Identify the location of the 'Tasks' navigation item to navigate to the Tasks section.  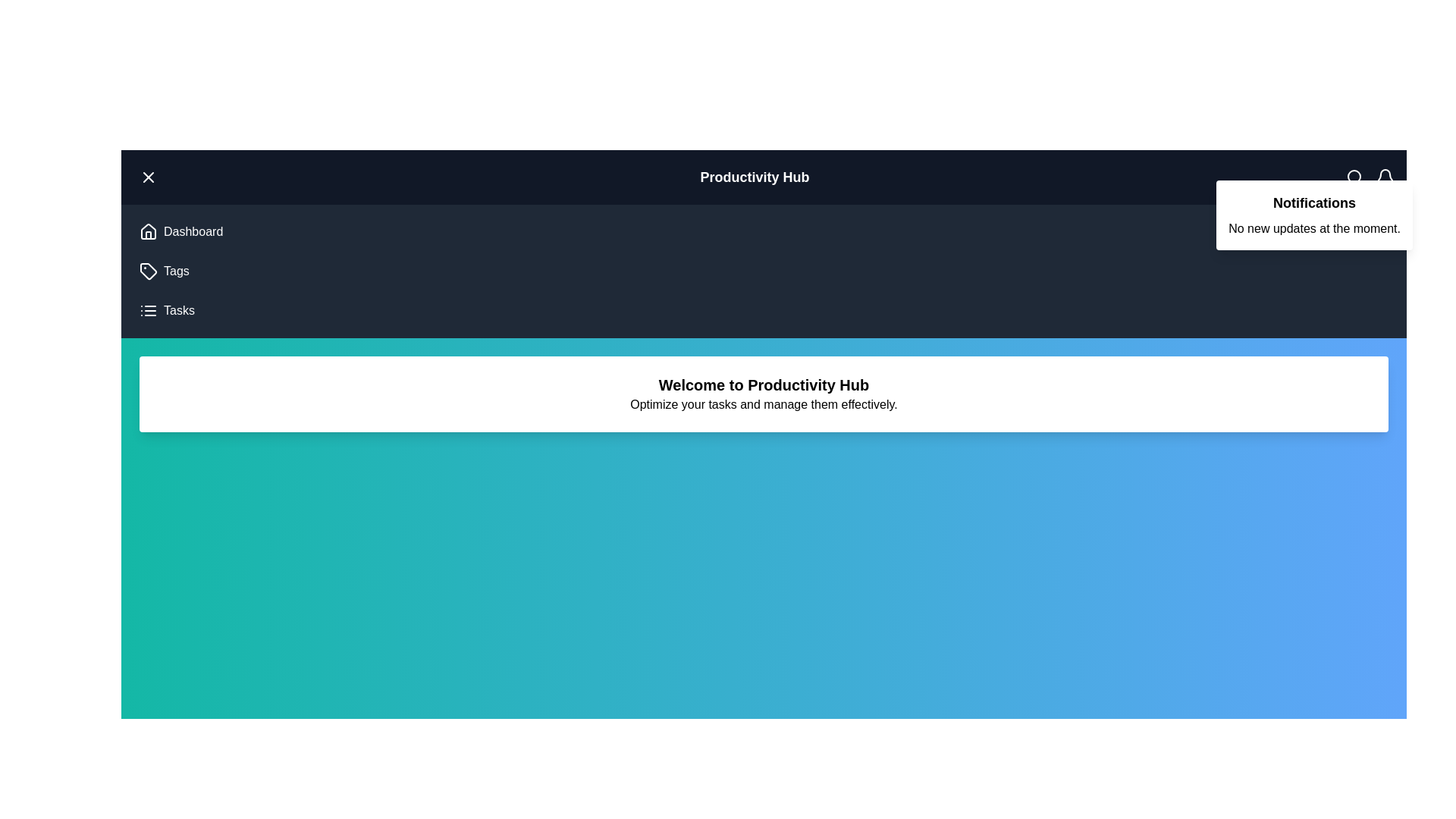
(178, 309).